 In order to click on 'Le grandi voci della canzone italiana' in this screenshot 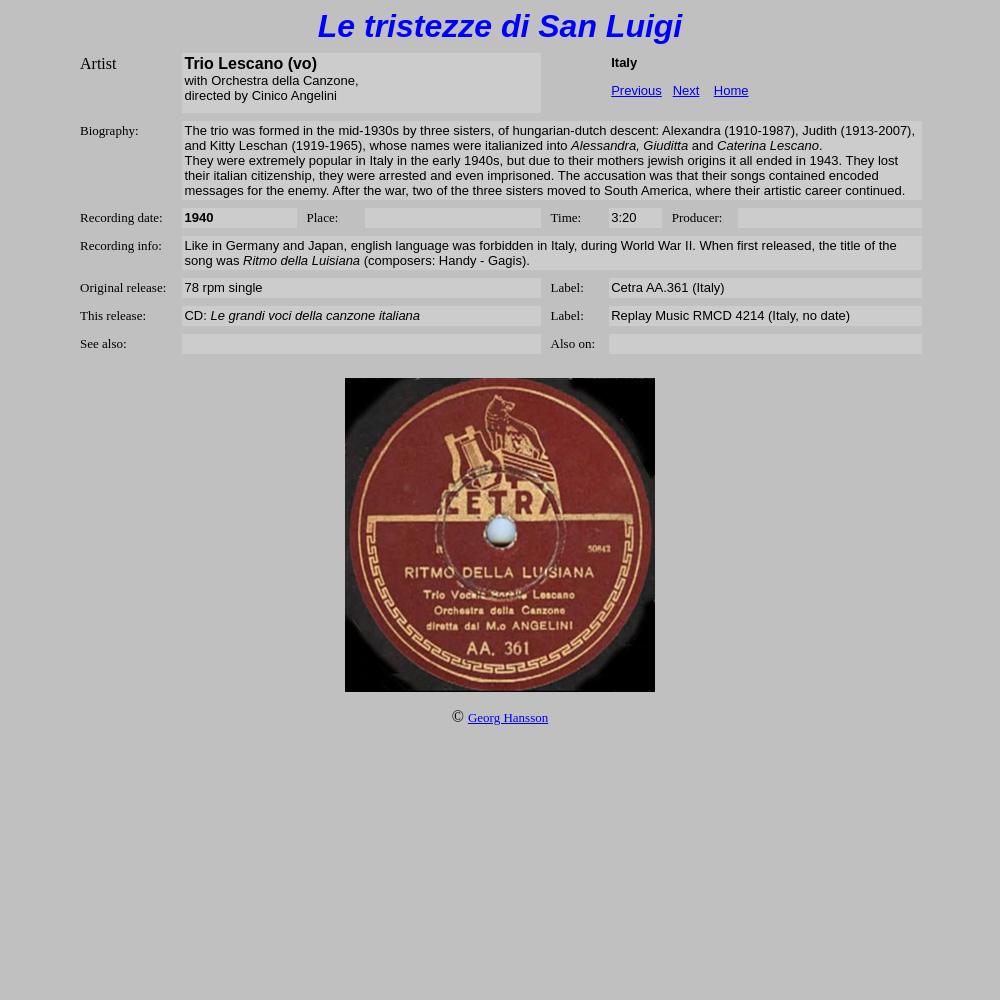, I will do `click(209, 314)`.